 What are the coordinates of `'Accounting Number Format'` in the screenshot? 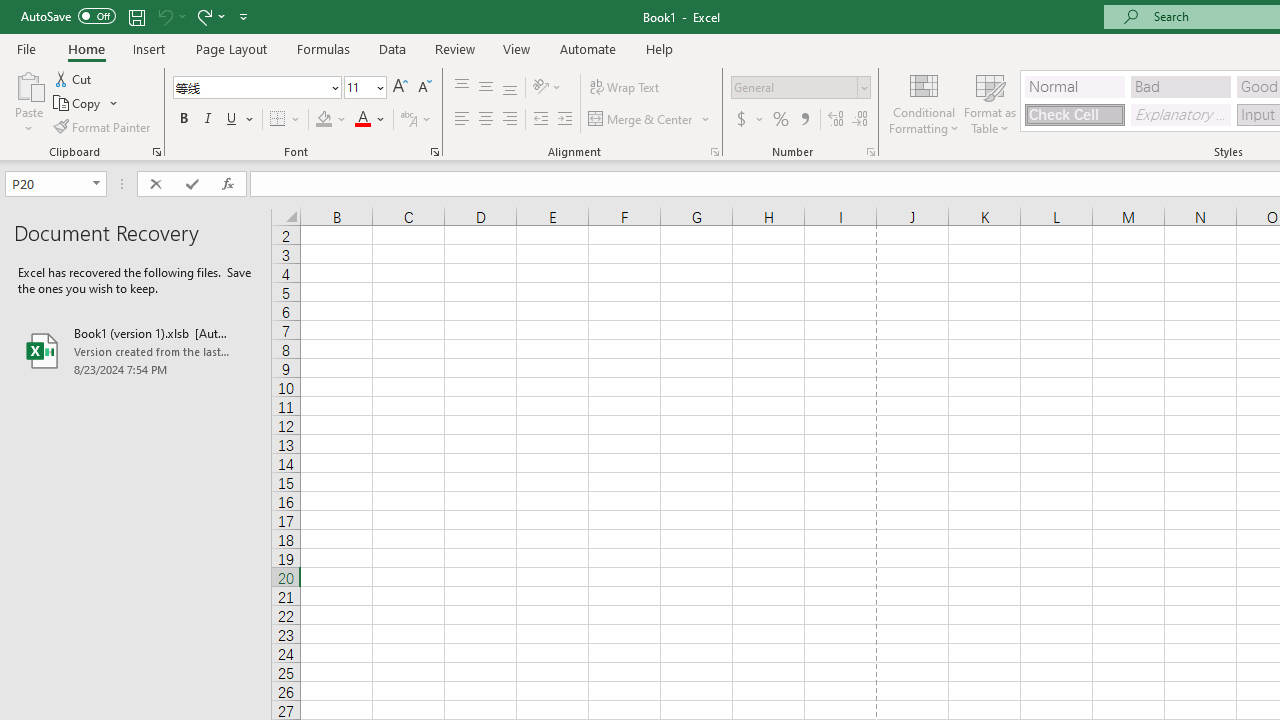 It's located at (748, 119).